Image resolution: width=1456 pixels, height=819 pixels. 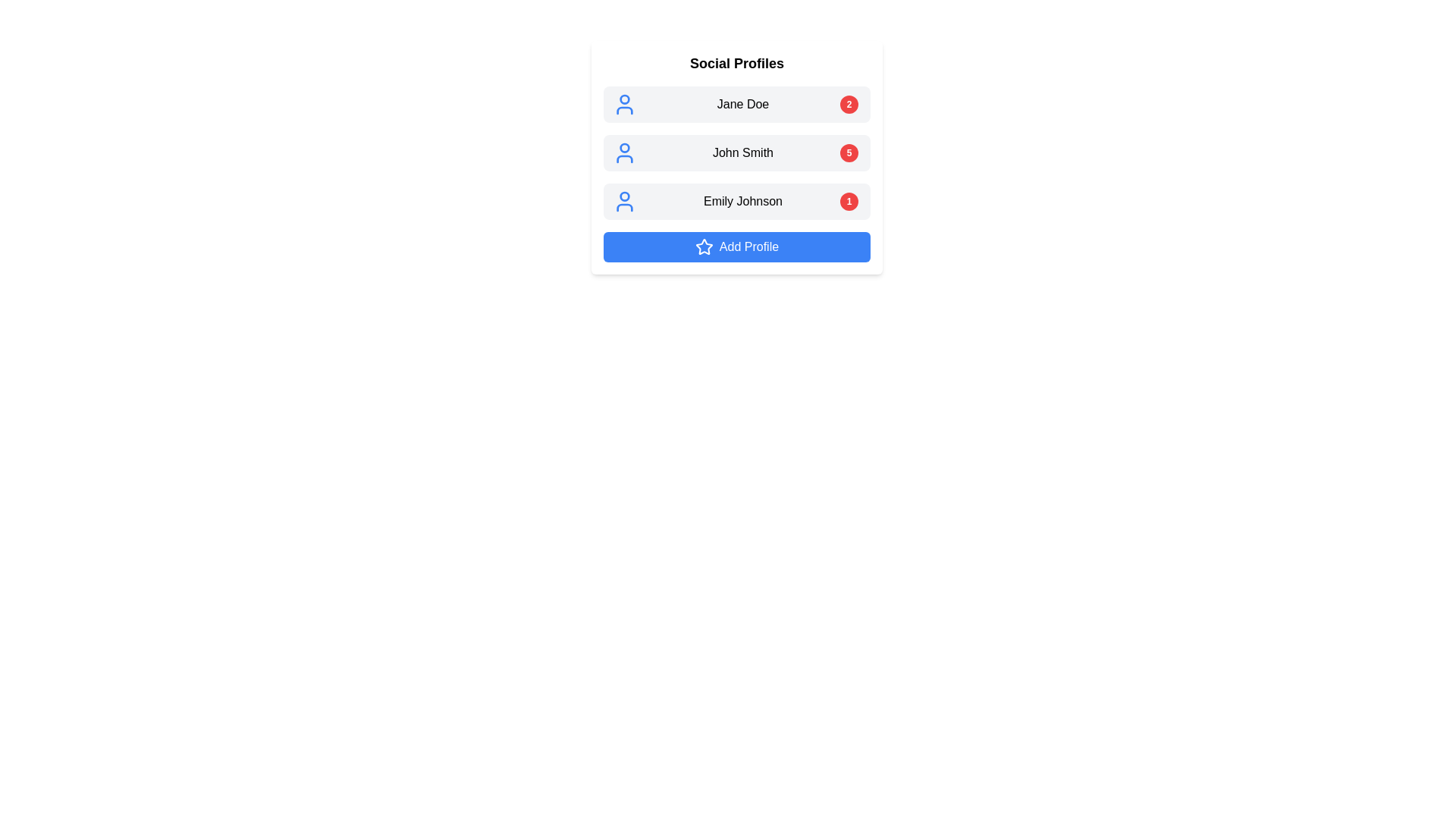 I want to click on the user profile button for 'Emily Johnson', which is the third item in a vertical list of profile cards, so click(x=736, y=201).